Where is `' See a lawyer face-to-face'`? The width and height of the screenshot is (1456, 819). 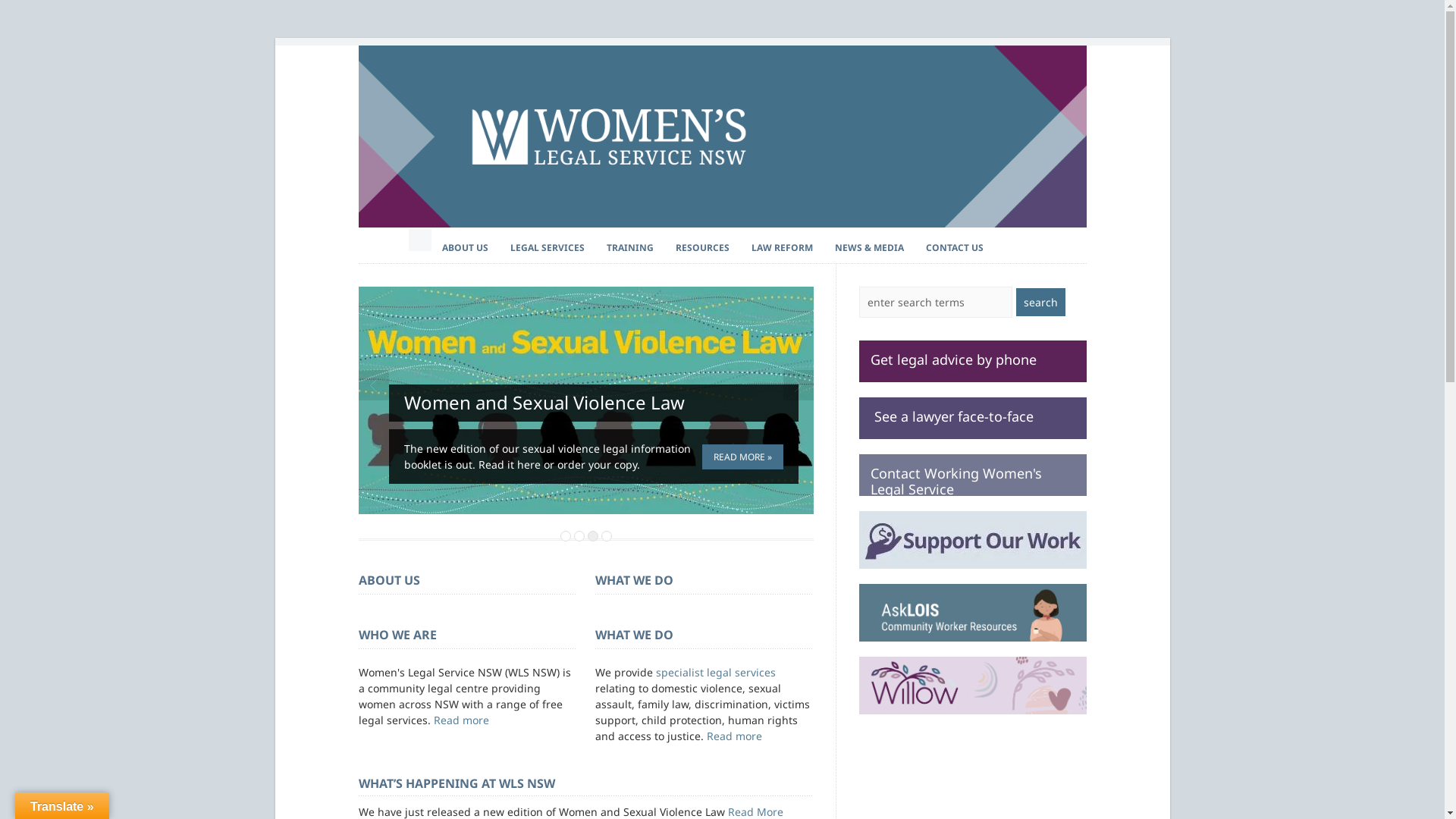
' See a lawyer face-to-face' is located at coordinates (971, 418).